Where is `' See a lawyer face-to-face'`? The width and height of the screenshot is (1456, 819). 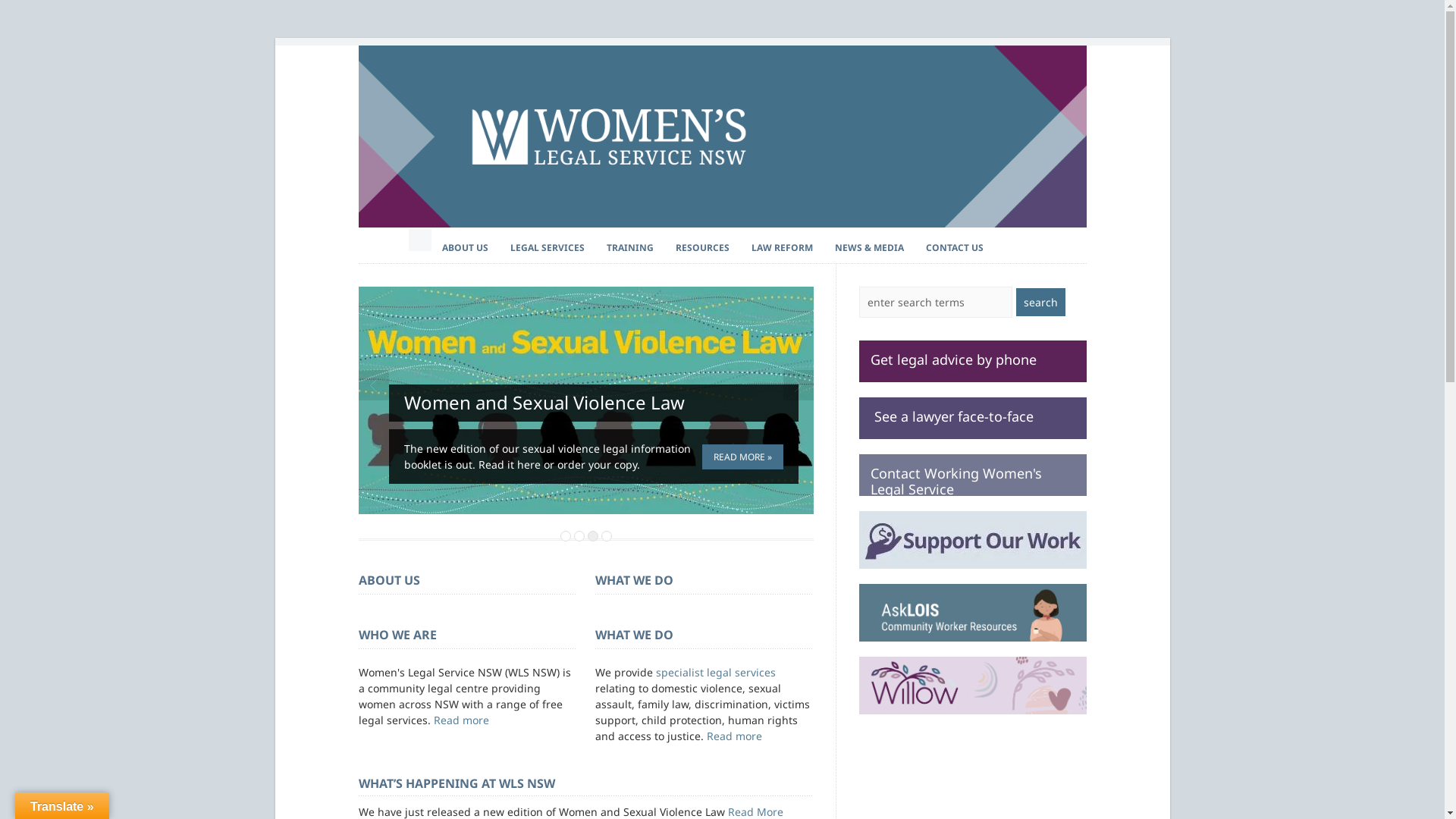
' See a lawyer face-to-face' is located at coordinates (971, 418).